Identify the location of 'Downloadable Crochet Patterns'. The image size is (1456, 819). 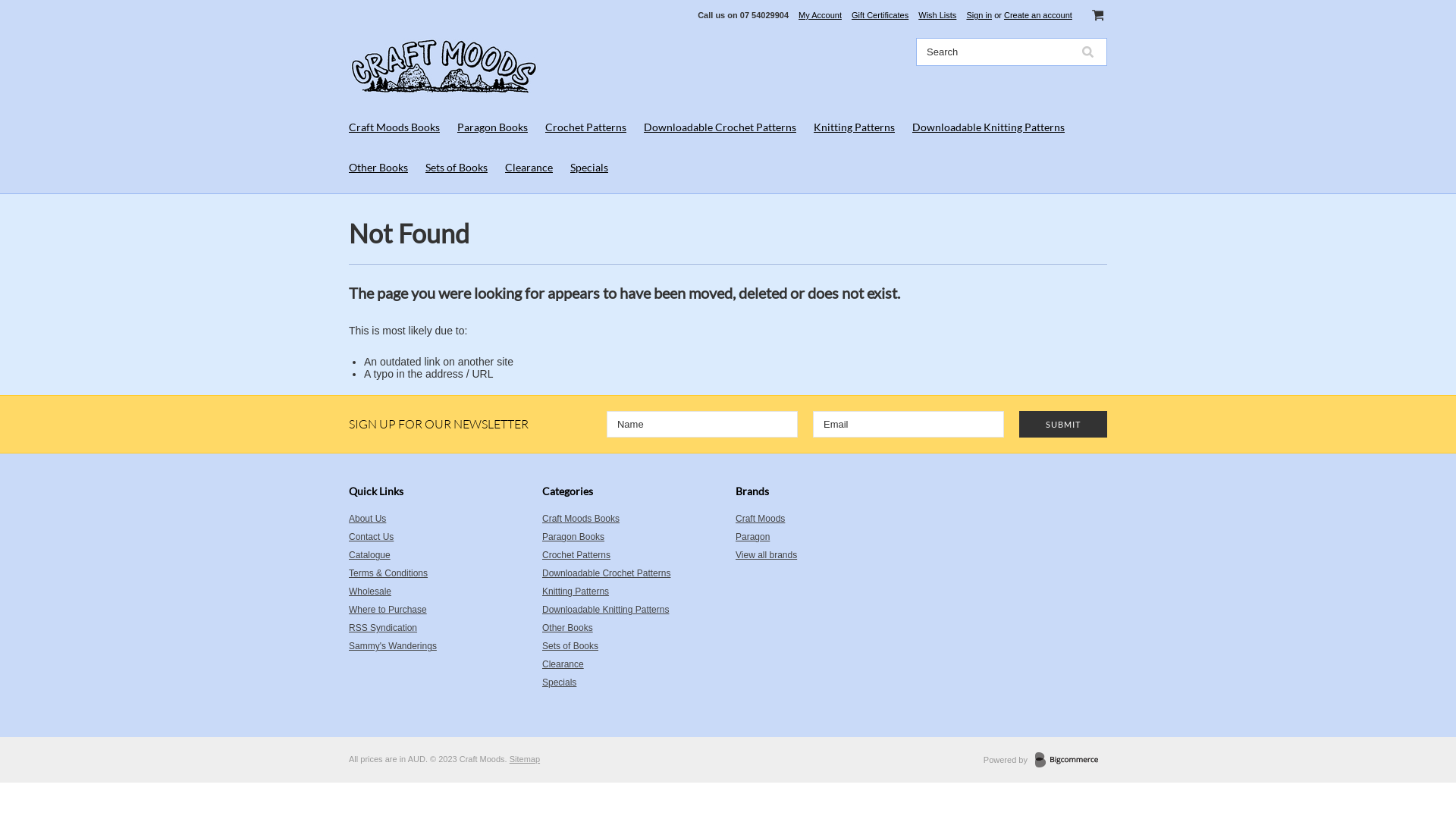
(631, 573).